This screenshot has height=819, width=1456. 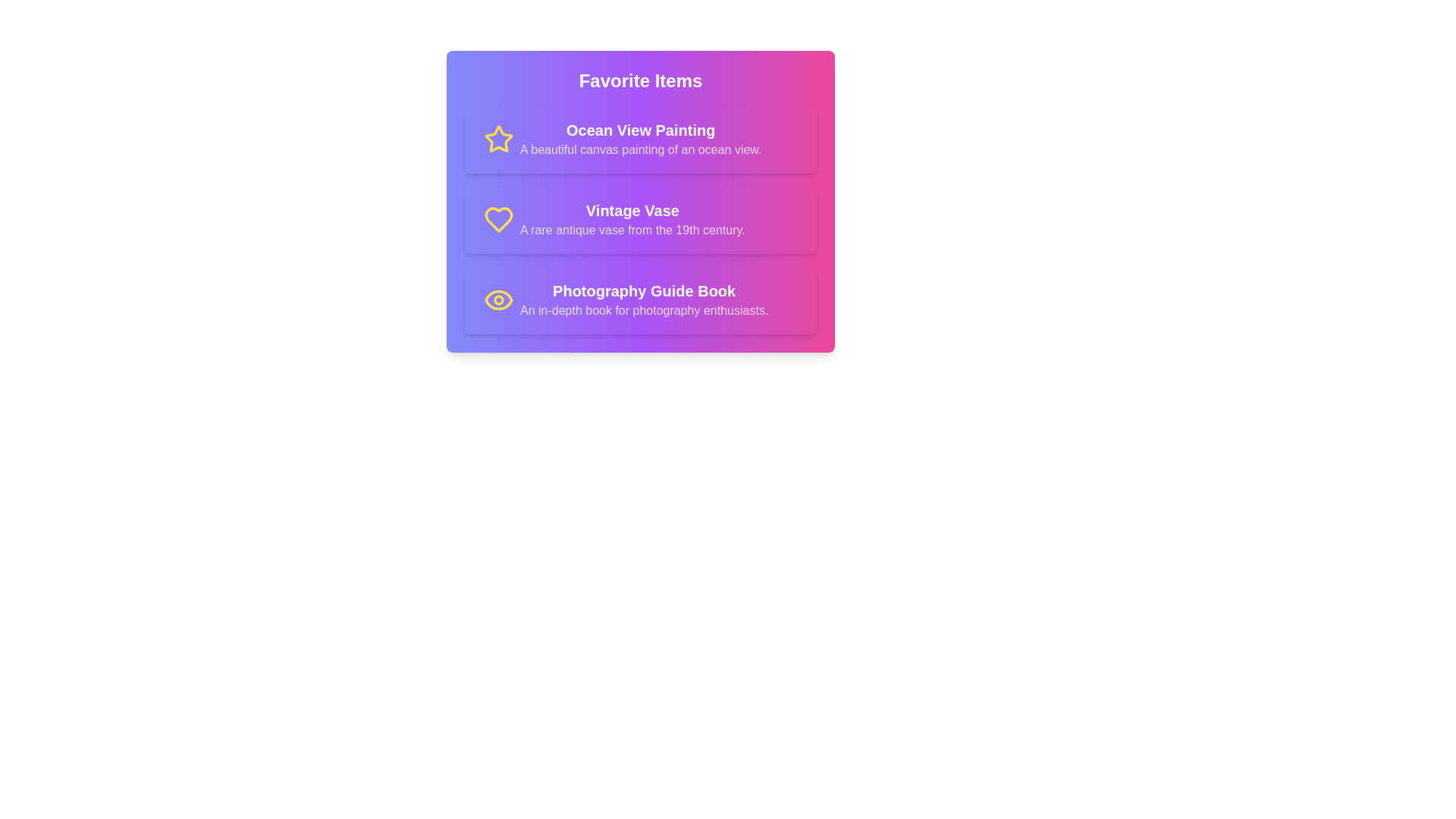 What do you see at coordinates (640, 140) in the screenshot?
I see `the item Ocean View Painting from the list` at bounding box center [640, 140].